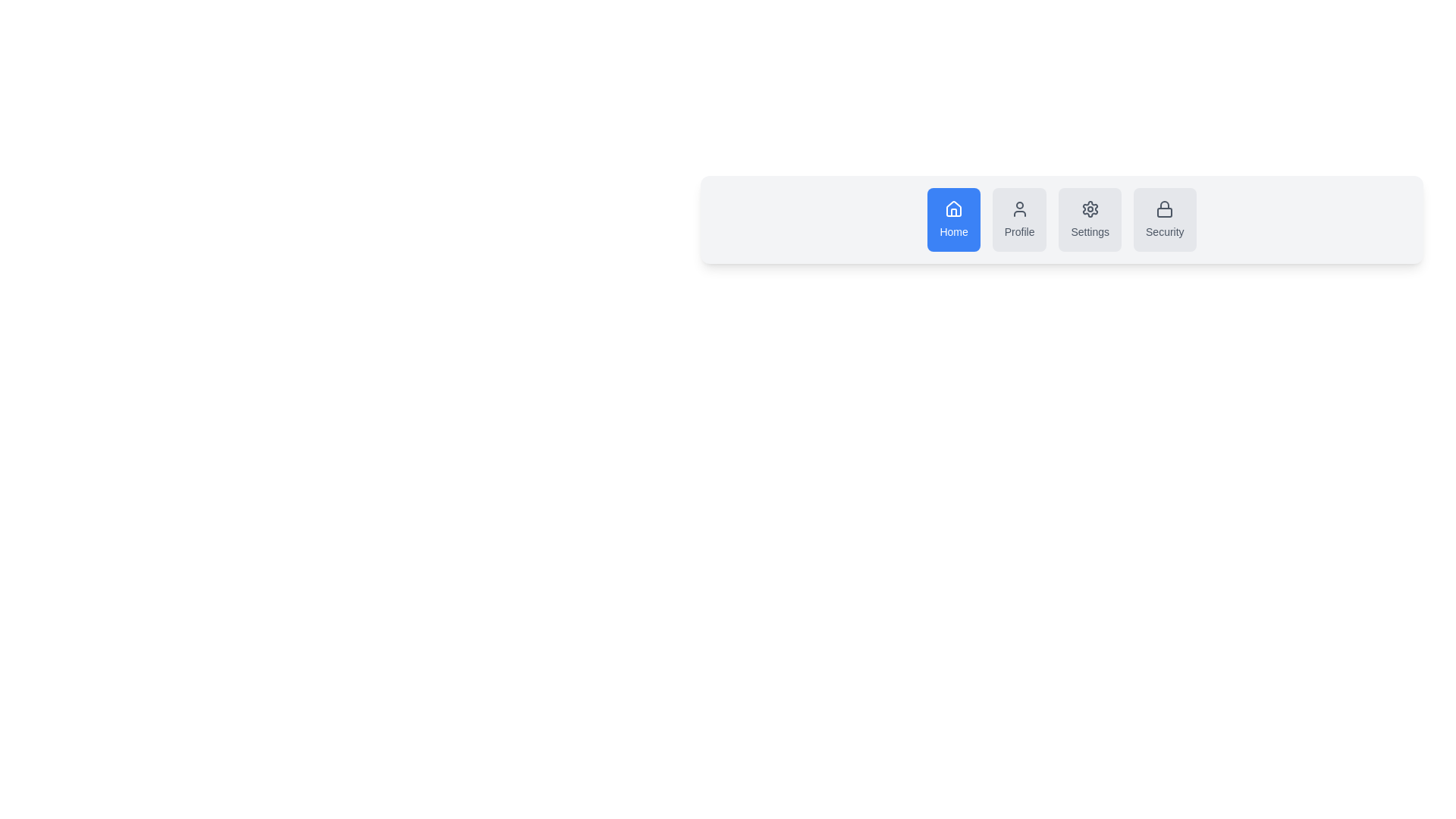 The height and width of the screenshot is (819, 1456). Describe the element at coordinates (952, 219) in the screenshot. I see `the Home button` at that location.